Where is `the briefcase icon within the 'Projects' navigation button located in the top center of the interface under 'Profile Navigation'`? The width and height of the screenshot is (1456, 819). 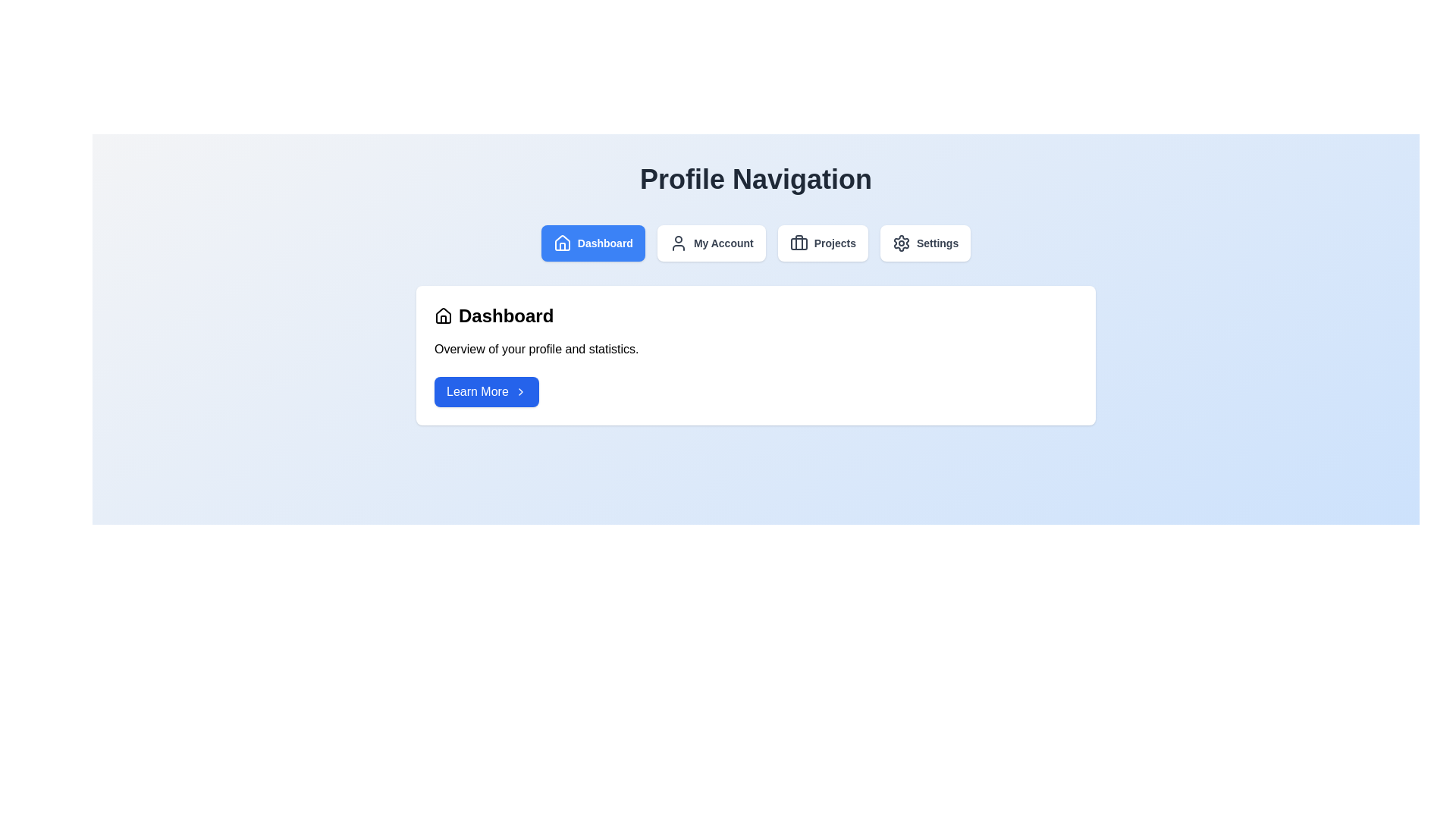
the briefcase icon within the 'Projects' navigation button located in the top center of the interface under 'Profile Navigation' is located at coordinates (798, 242).